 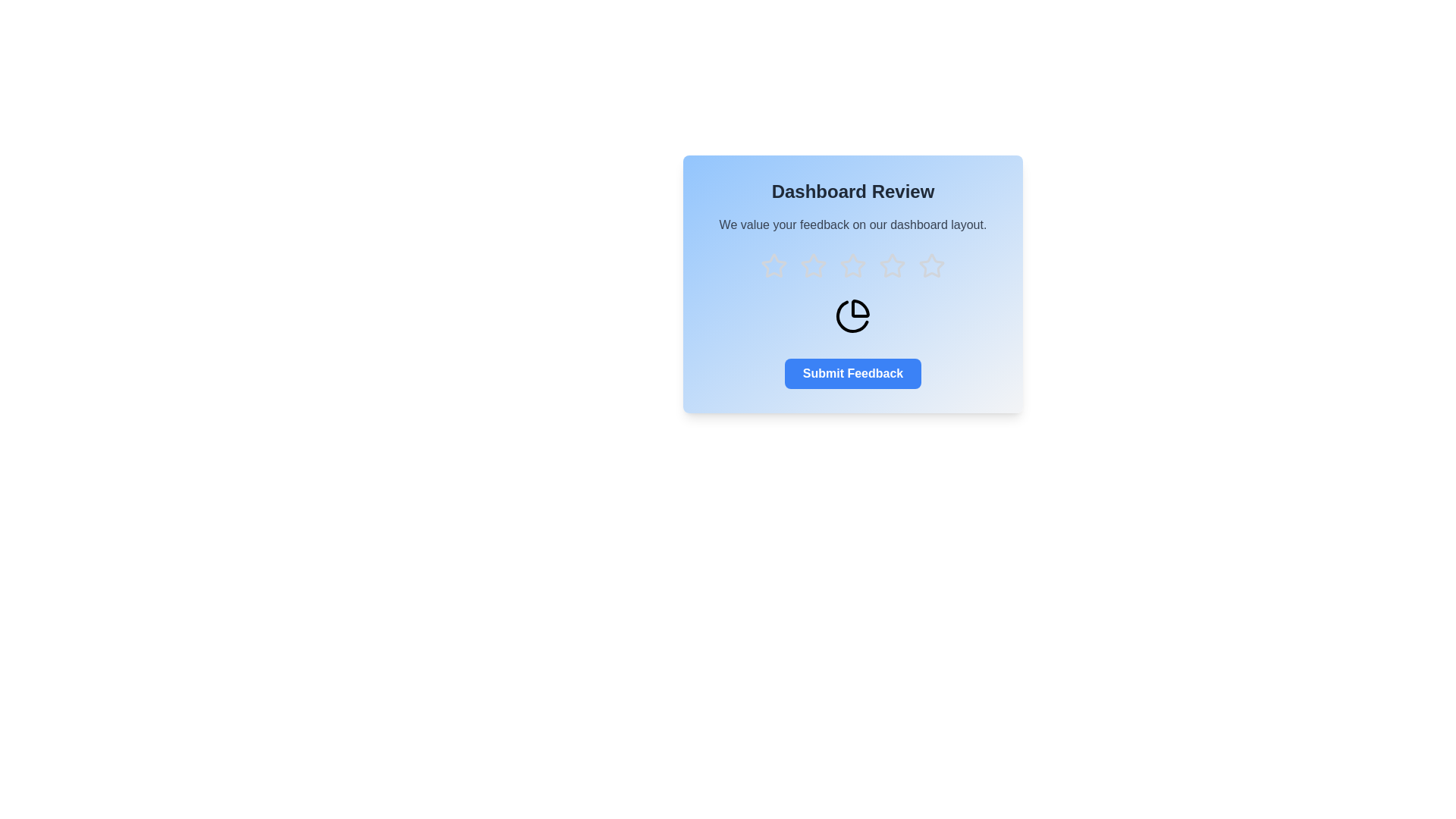 I want to click on the star corresponding to 4 to preview the rating, so click(x=892, y=265).